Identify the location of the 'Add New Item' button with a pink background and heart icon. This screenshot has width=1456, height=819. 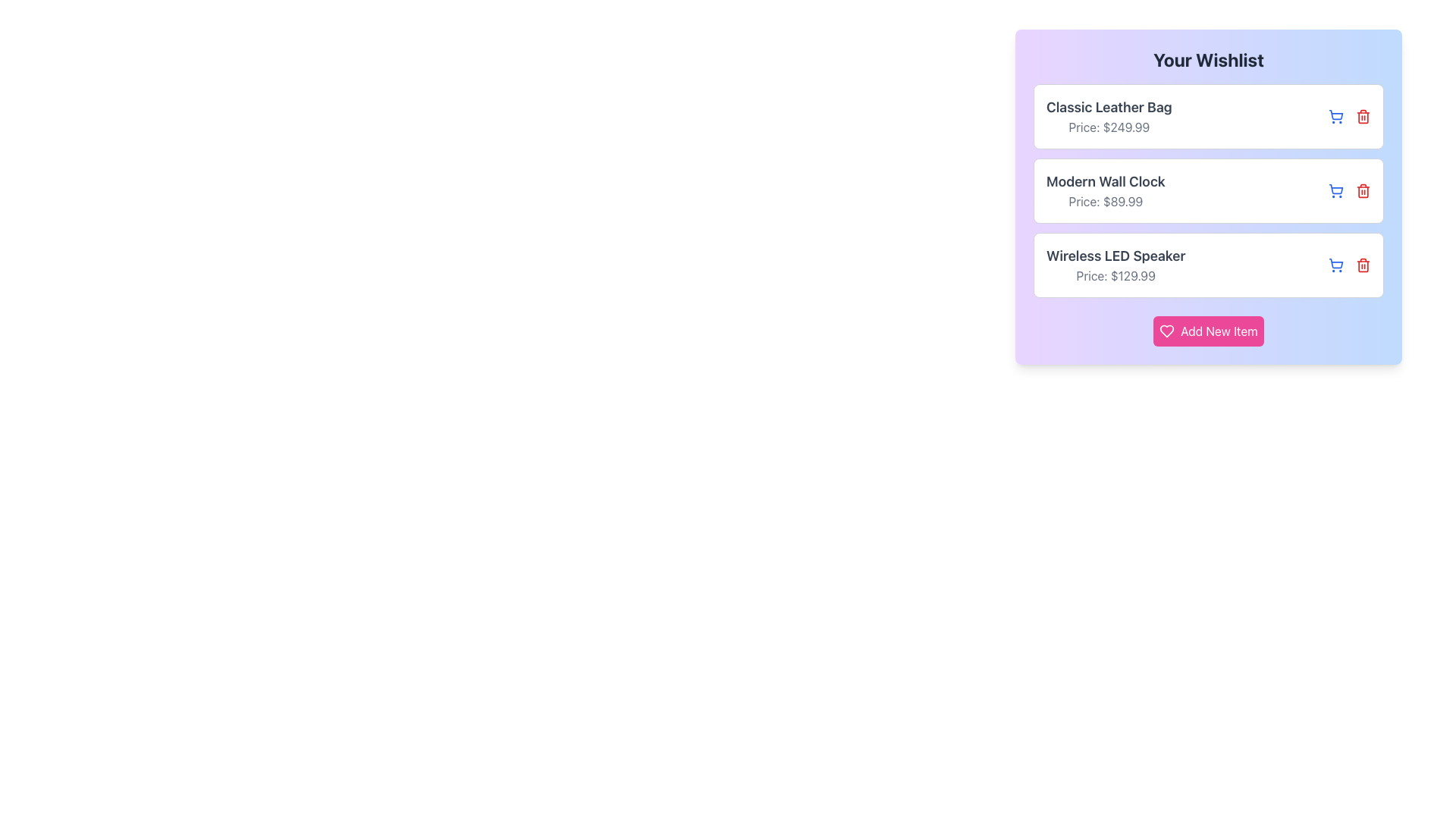
(1207, 330).